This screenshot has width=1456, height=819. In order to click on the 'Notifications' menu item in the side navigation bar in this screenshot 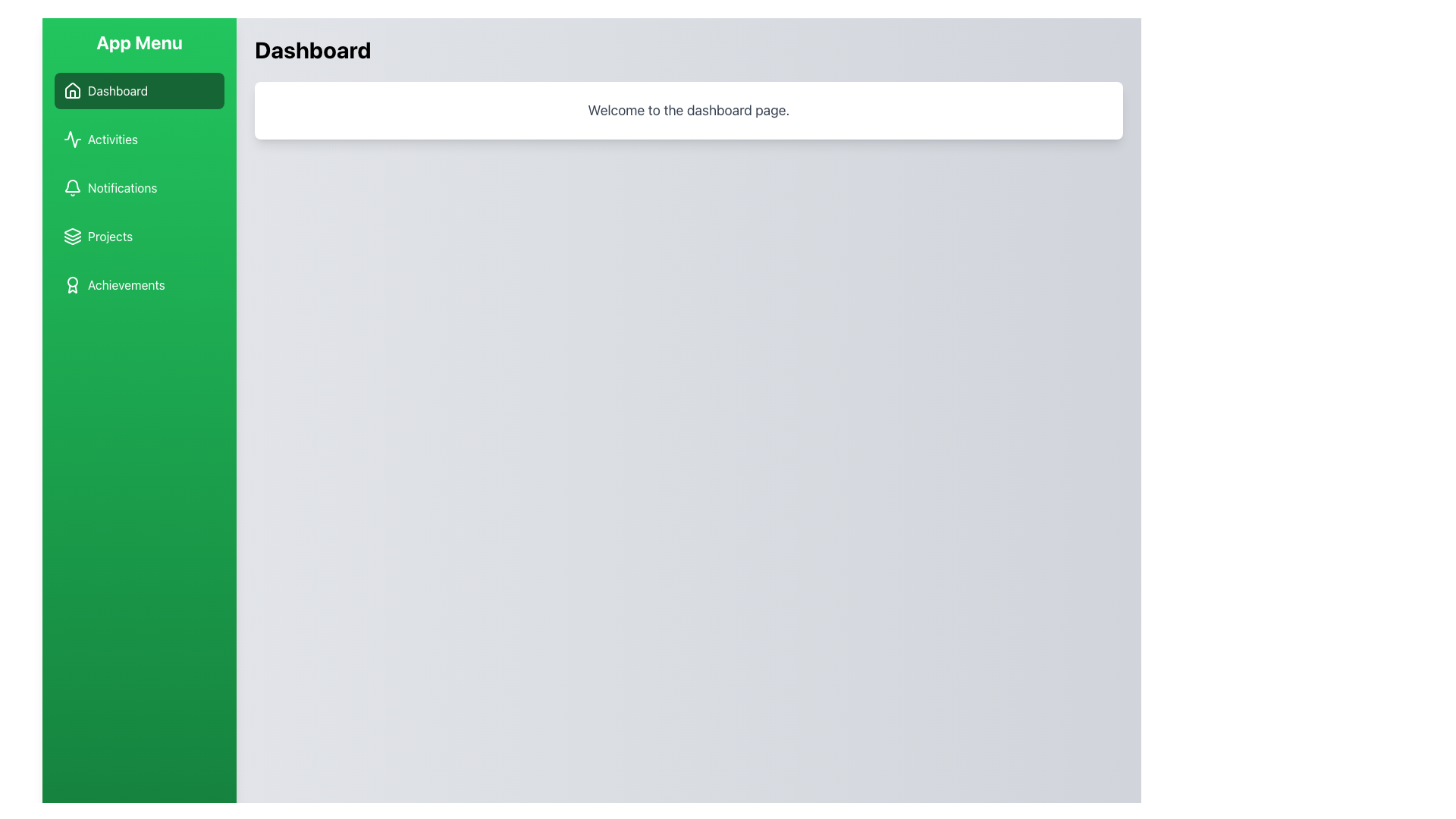, I will do `click(139, 187)`.